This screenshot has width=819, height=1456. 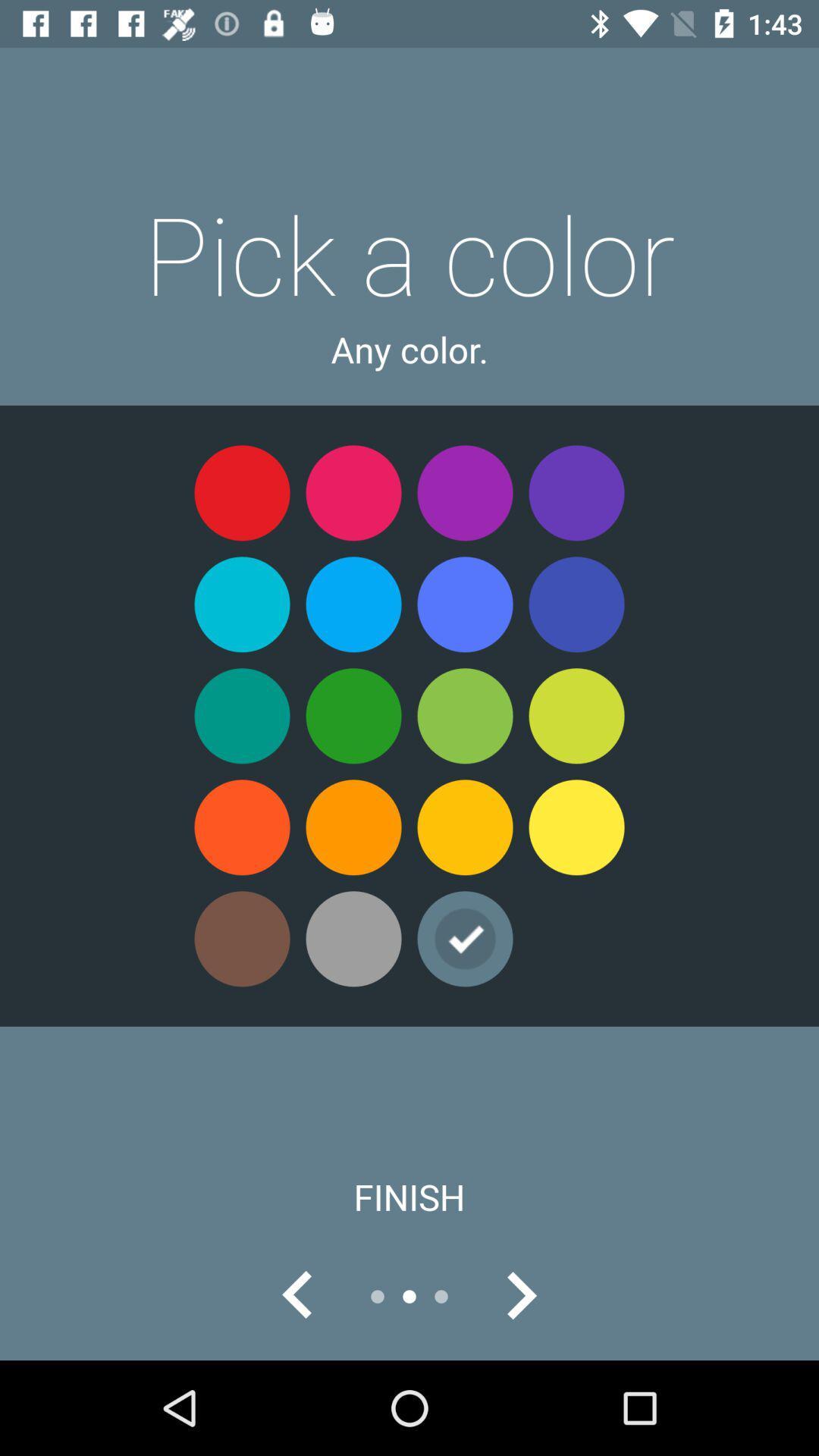 I want to click on the arrow_forward icon, so click(x=519, y=1295).